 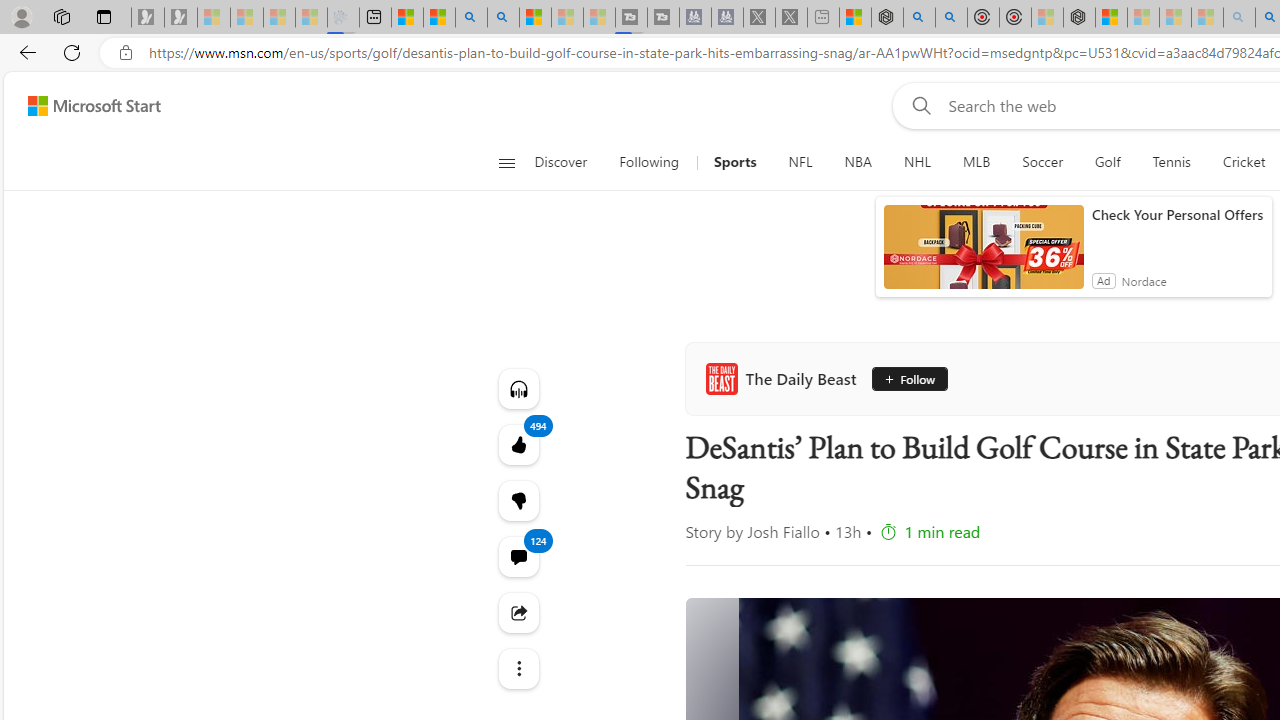 What do you see at coordinates (1243, 162) in the screenshot?
I see `'Cricket'` at bounding box center [1243, 162].